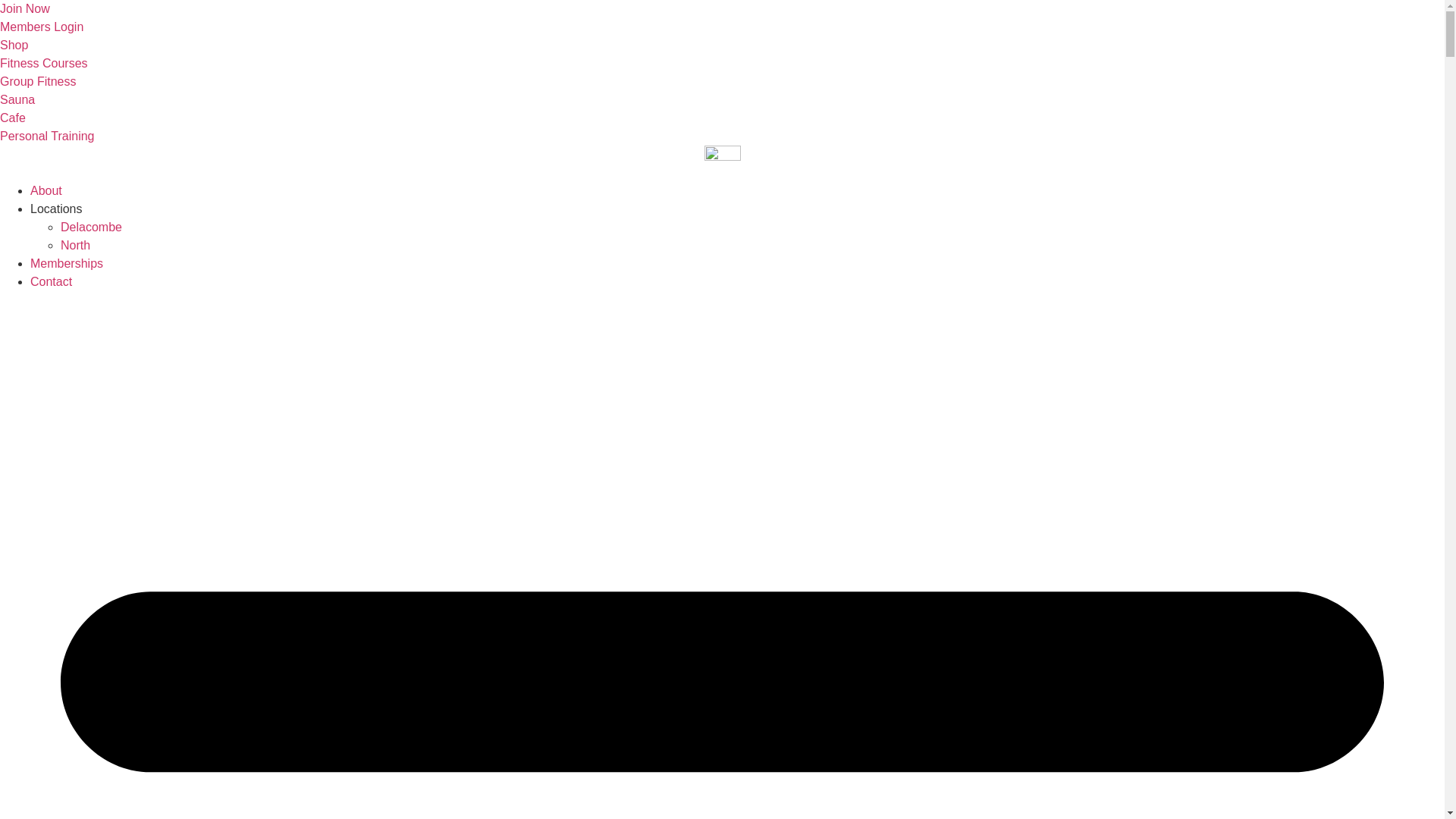 The width and height of the screenshot is (1456, 819). What do you see at coordinates (30, 262) in the screenshot?
I see `'Memberships'` at bounding box center [30, 262].